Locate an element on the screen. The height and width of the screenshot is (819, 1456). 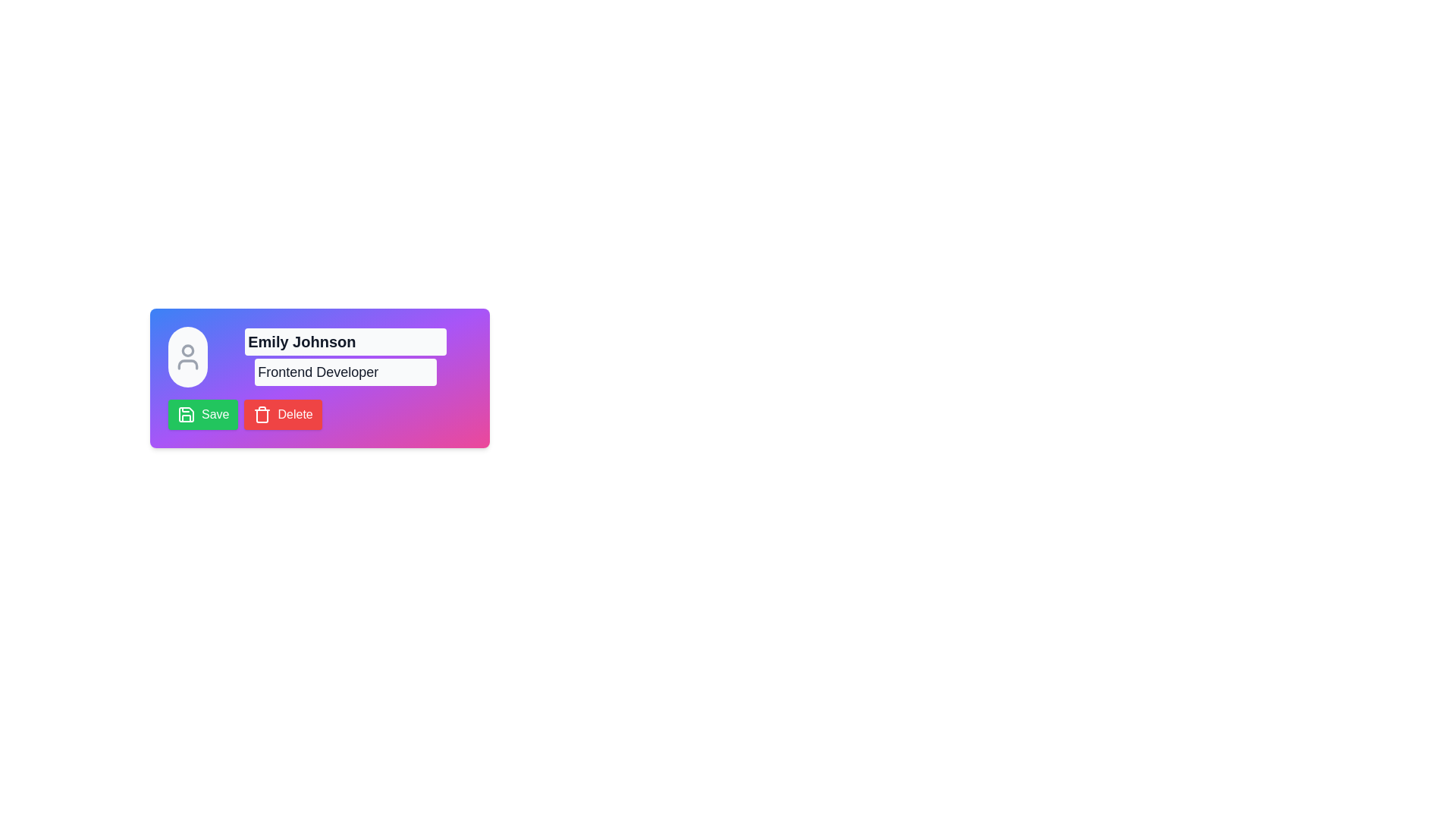
the trash can icon located to the left of the text 'Delete' within the red rectangular button at the bottom-right of the card interface is located at coordinates (262, 415).